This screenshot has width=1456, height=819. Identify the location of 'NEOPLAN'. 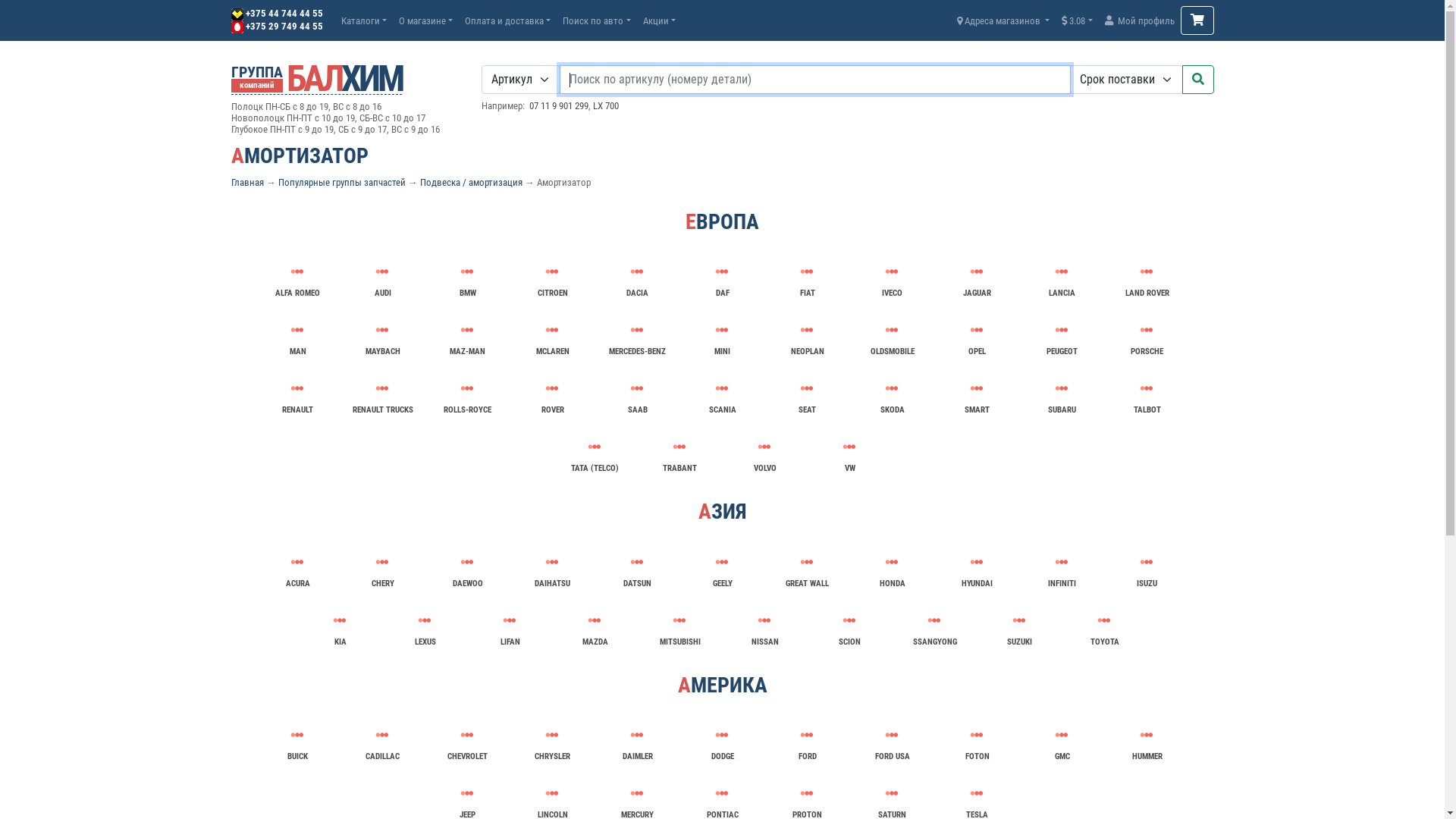
(806, 334).